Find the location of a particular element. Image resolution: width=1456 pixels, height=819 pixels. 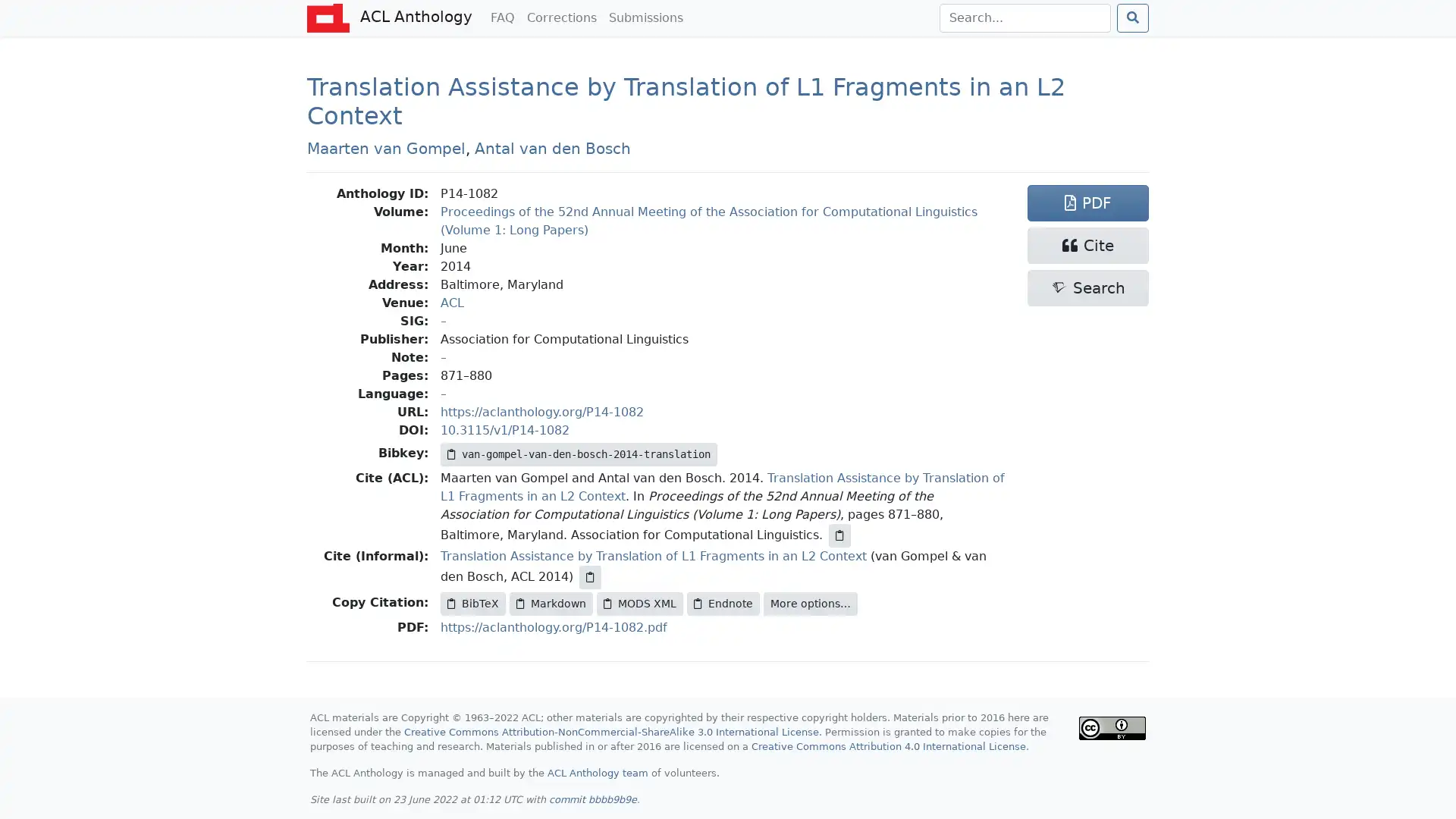

BibTeX is located at coordinates (472, 602).